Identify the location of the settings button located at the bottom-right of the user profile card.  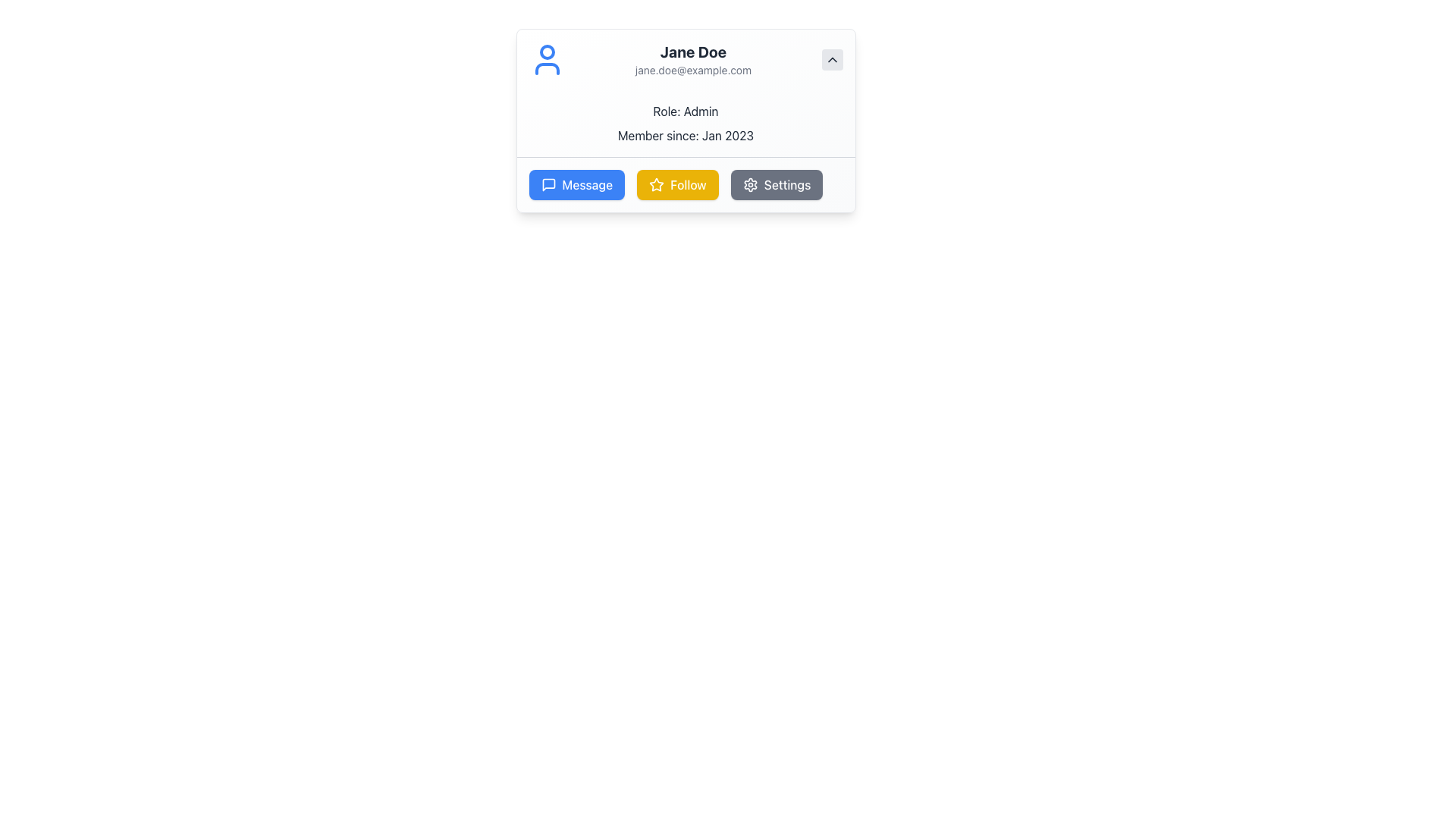
(777, 184).